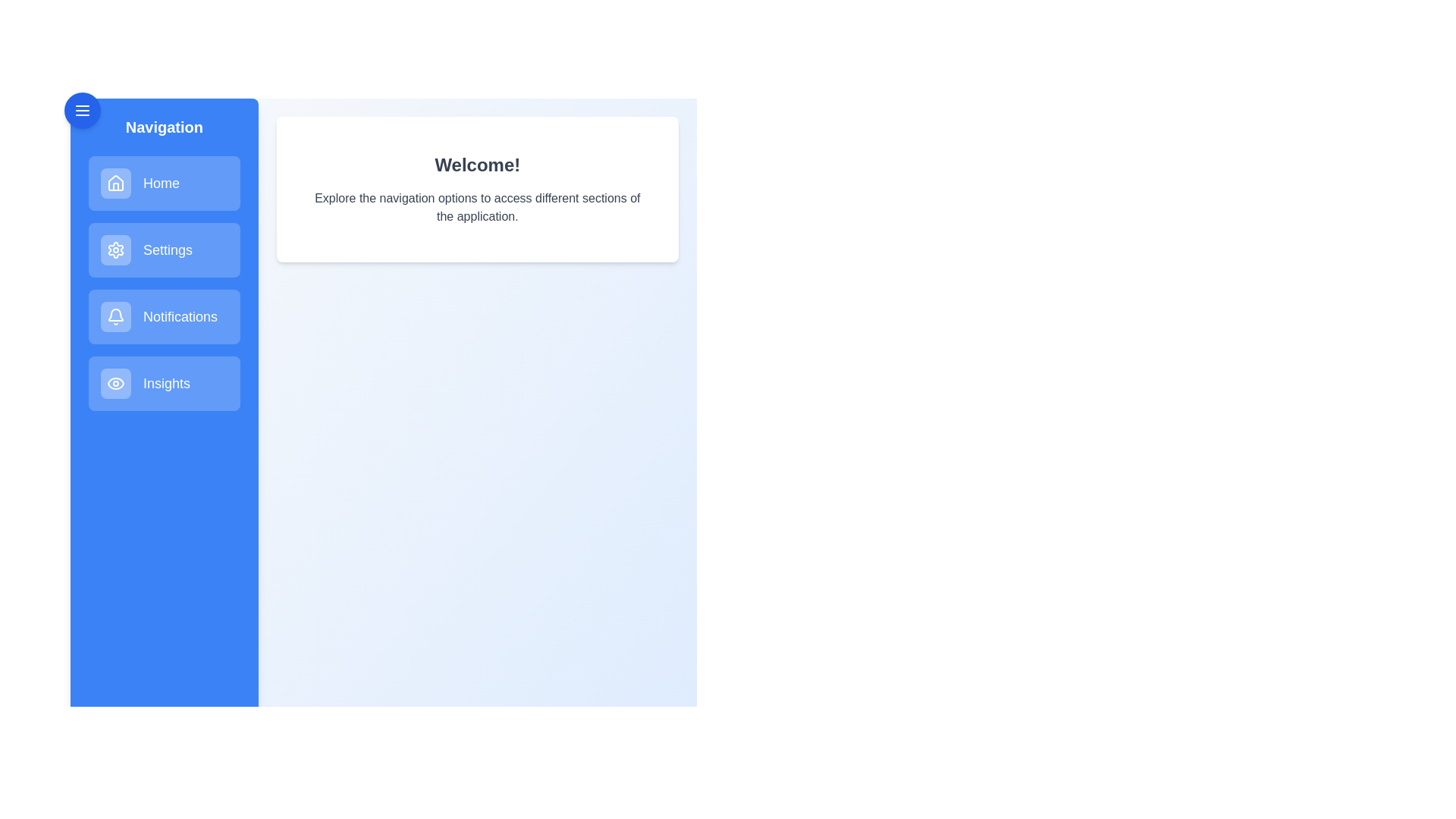 The image size is (1456, 819). I want to click on the menu item corresponding to Notifications, so click(164, 315).